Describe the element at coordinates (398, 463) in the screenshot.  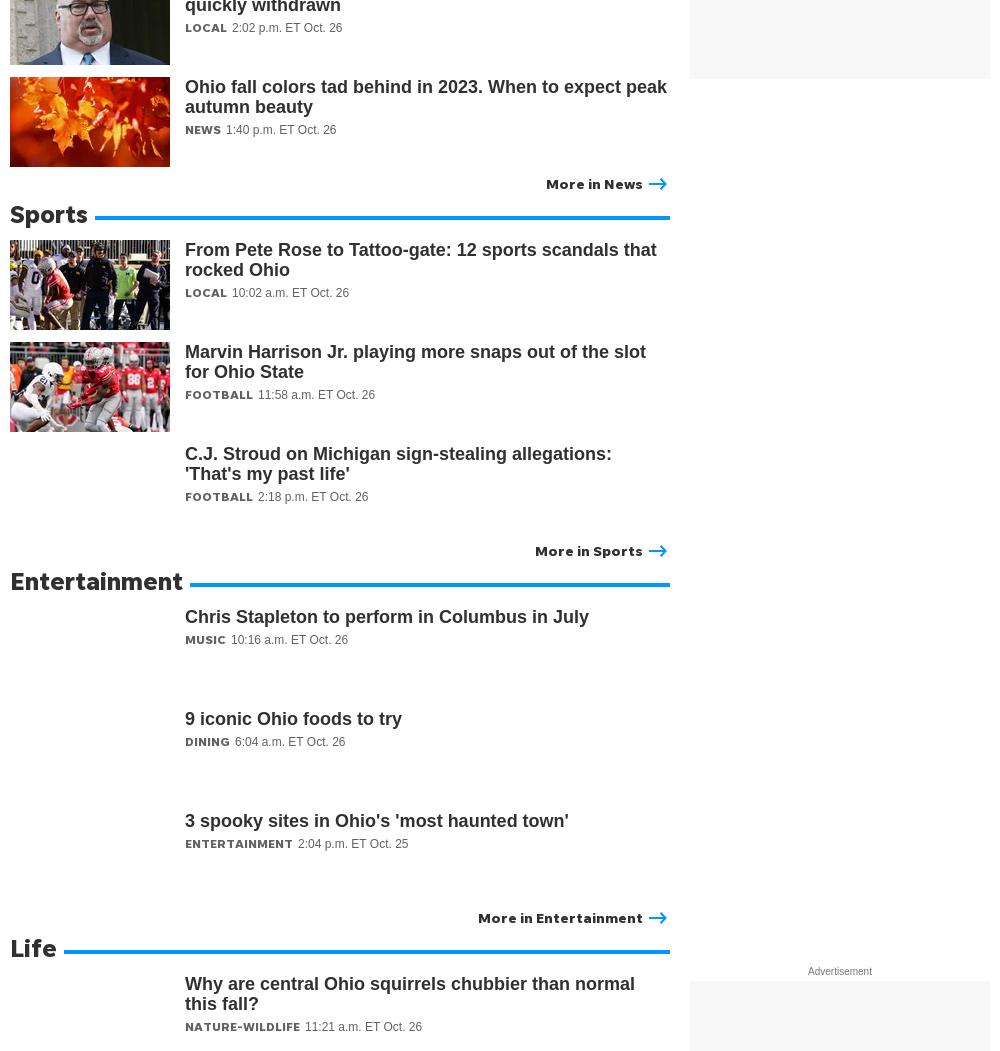
I see `'C.J. Stroud on Michigan sign-stealing allegations: 'That's my past life''` at that location.